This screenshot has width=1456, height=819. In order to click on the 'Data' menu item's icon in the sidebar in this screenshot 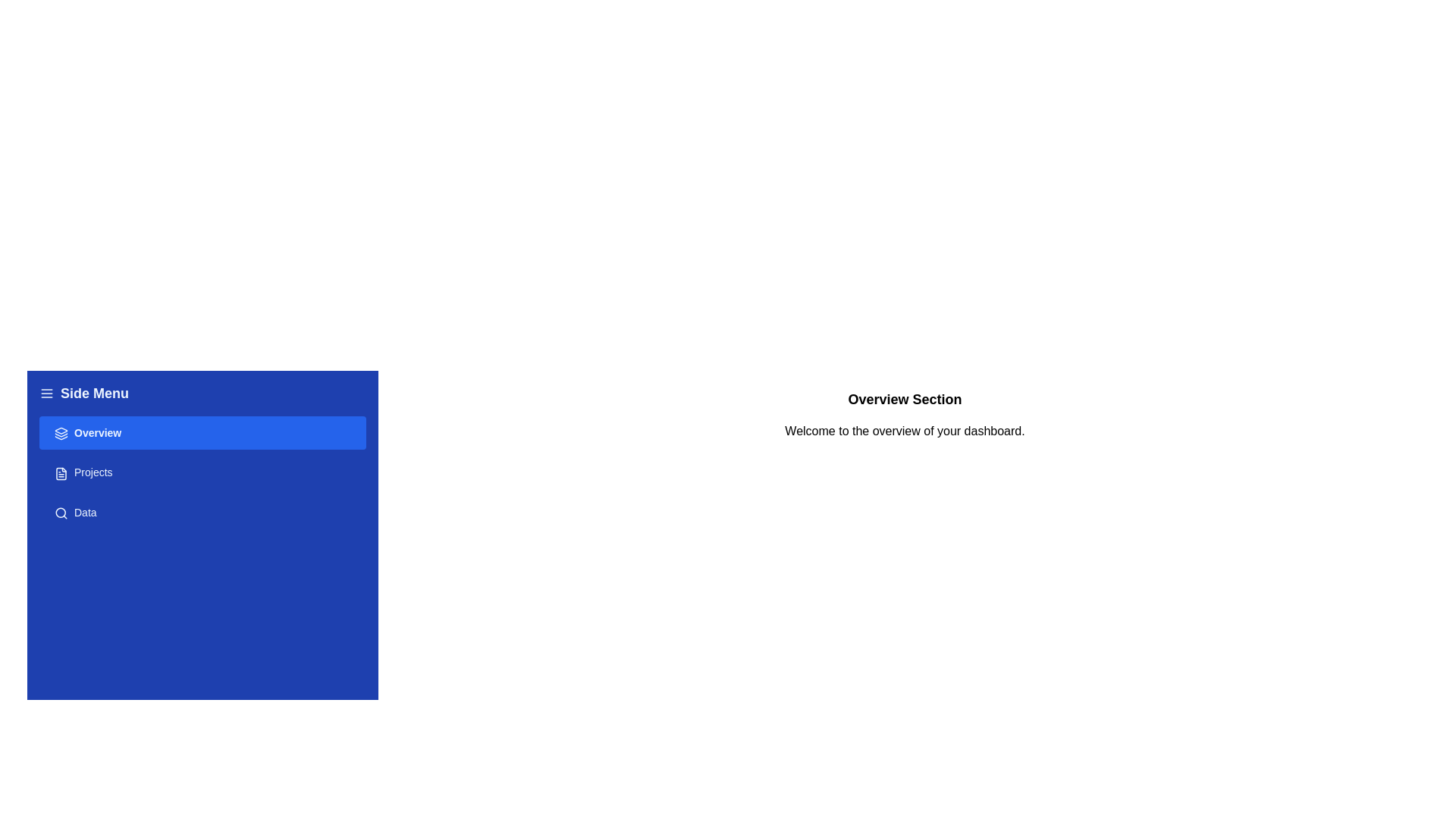, I will do `click(61, 512)`.